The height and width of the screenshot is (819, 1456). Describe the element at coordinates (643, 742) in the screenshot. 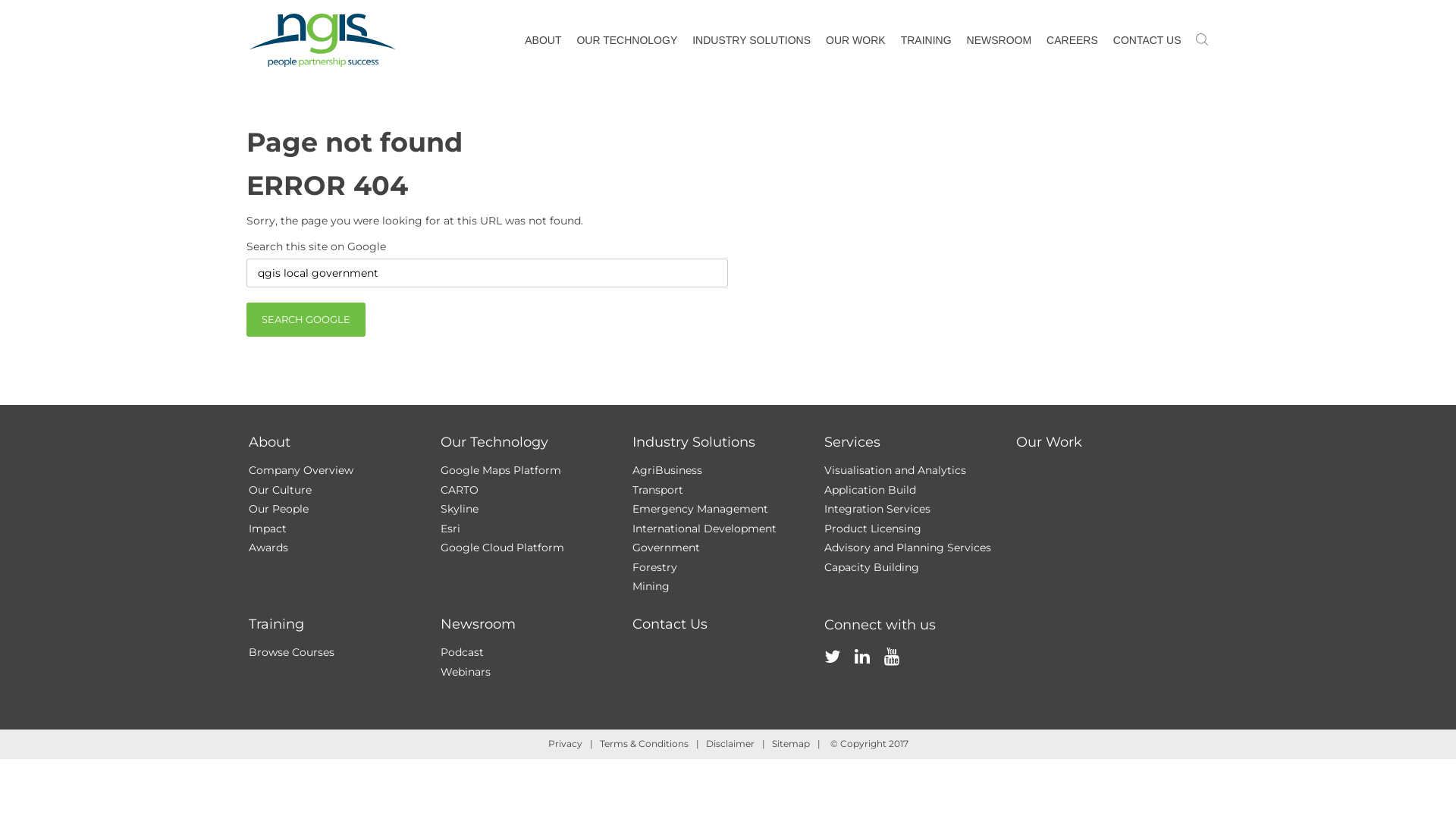

I see `'Terms & Conditions'` at that location.